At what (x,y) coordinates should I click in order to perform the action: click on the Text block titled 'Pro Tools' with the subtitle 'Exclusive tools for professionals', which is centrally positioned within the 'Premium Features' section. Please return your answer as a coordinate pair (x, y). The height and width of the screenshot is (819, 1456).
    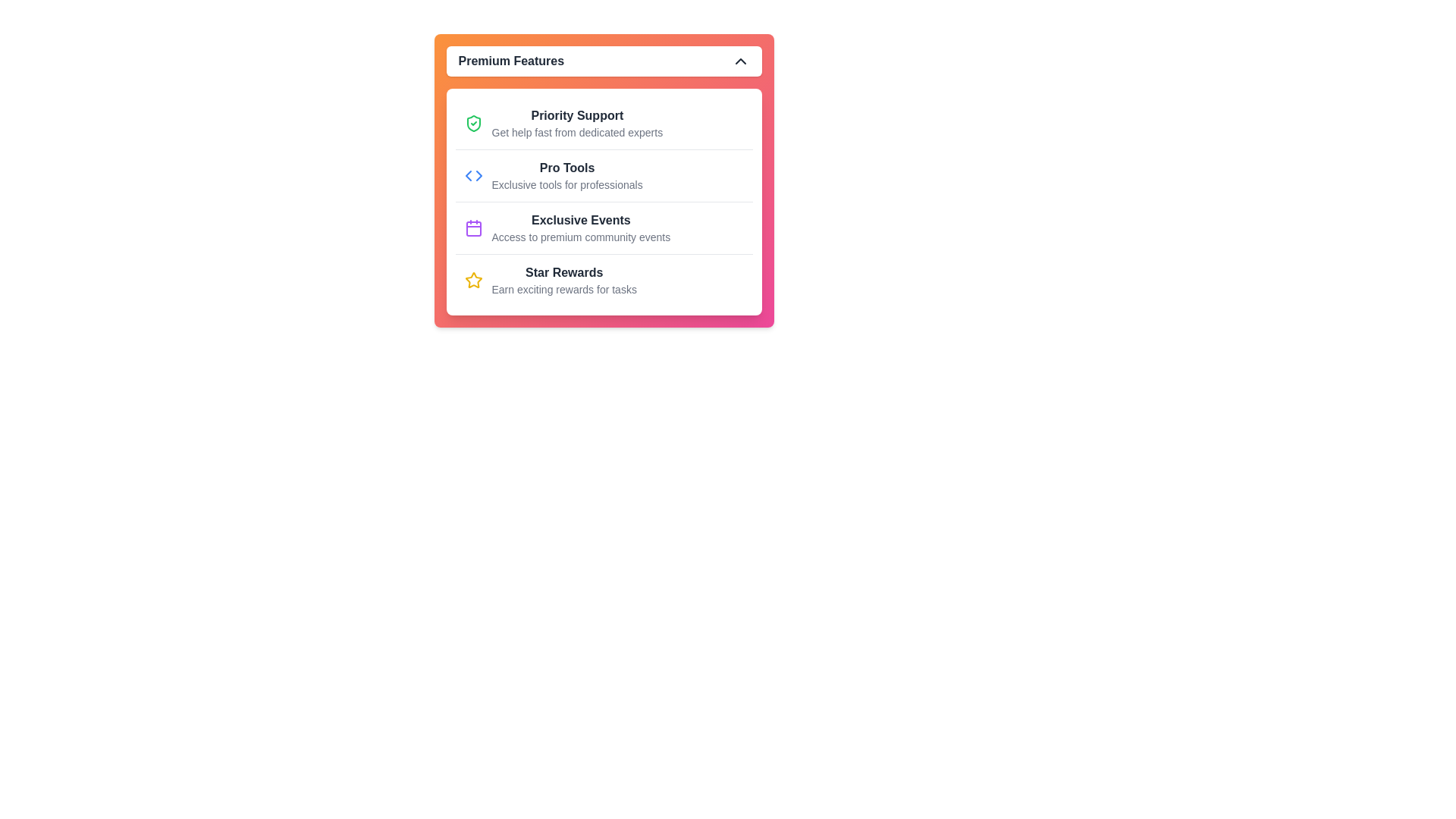
    Looking at the image, I should click on (566, 174).